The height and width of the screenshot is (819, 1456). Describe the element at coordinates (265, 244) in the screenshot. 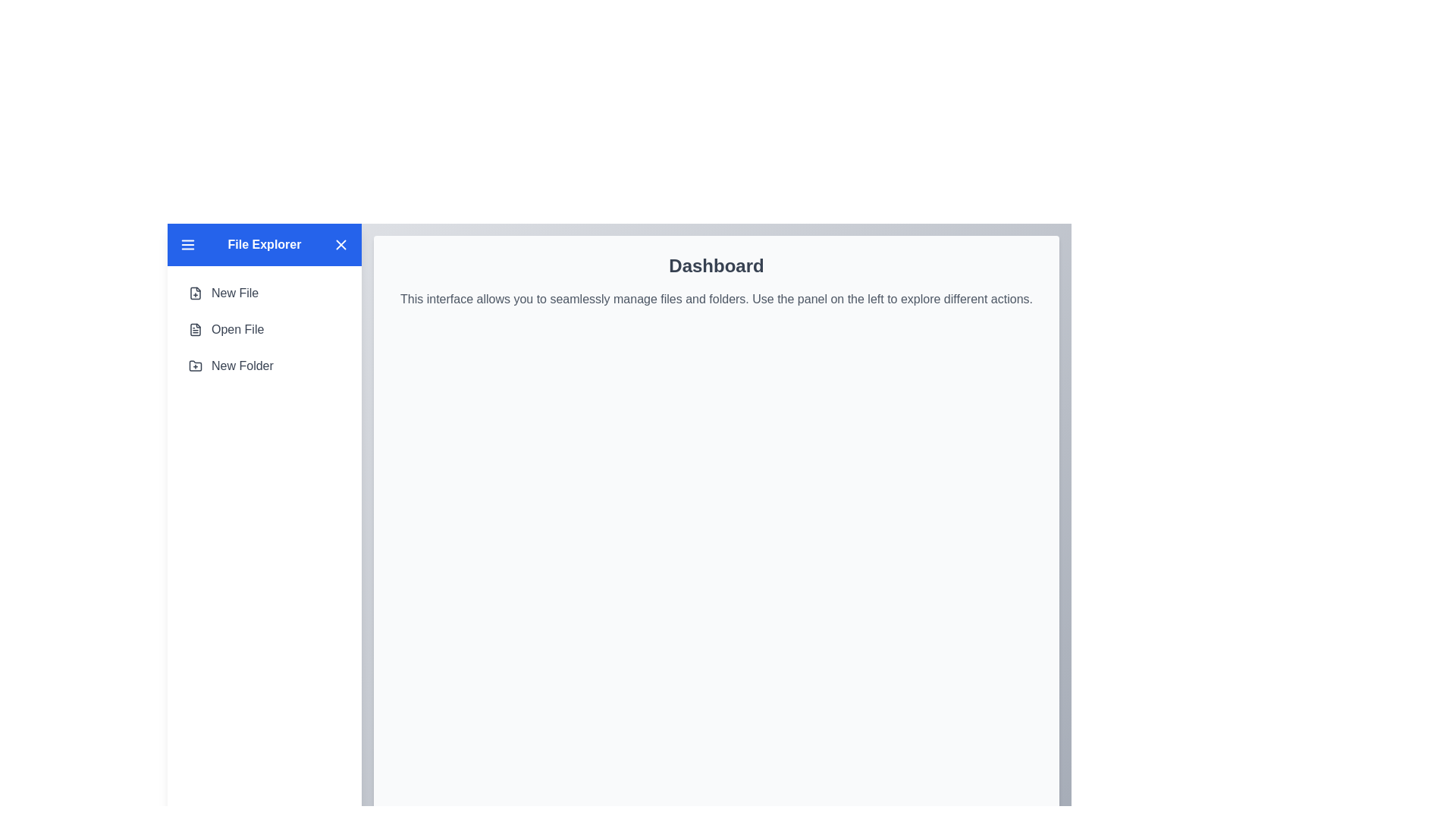

I see `the bold text label 'File Explorer' which is styled in white on a blue background, located in the header section of the left sidebar` at that location.